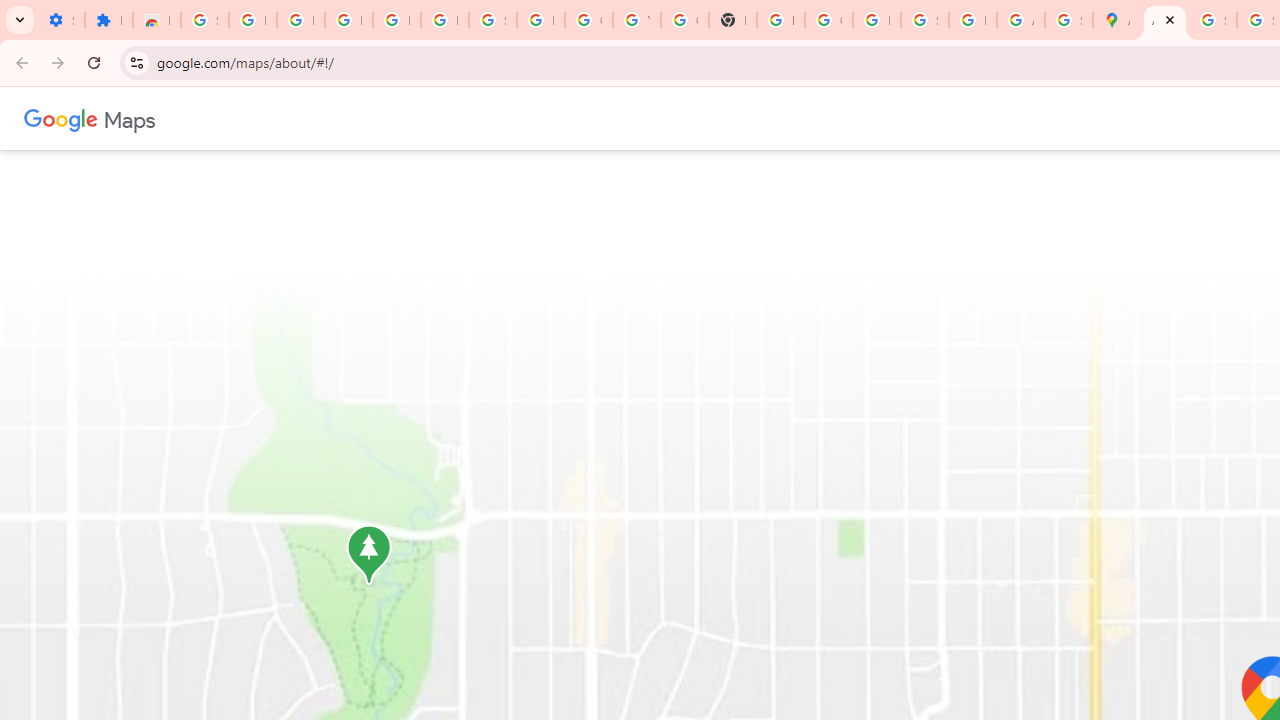  What do you see at coordinates (204, 20) in the screenshot?
I see `'Sign in - Google Accounts'` at bounding box center [204, 20].